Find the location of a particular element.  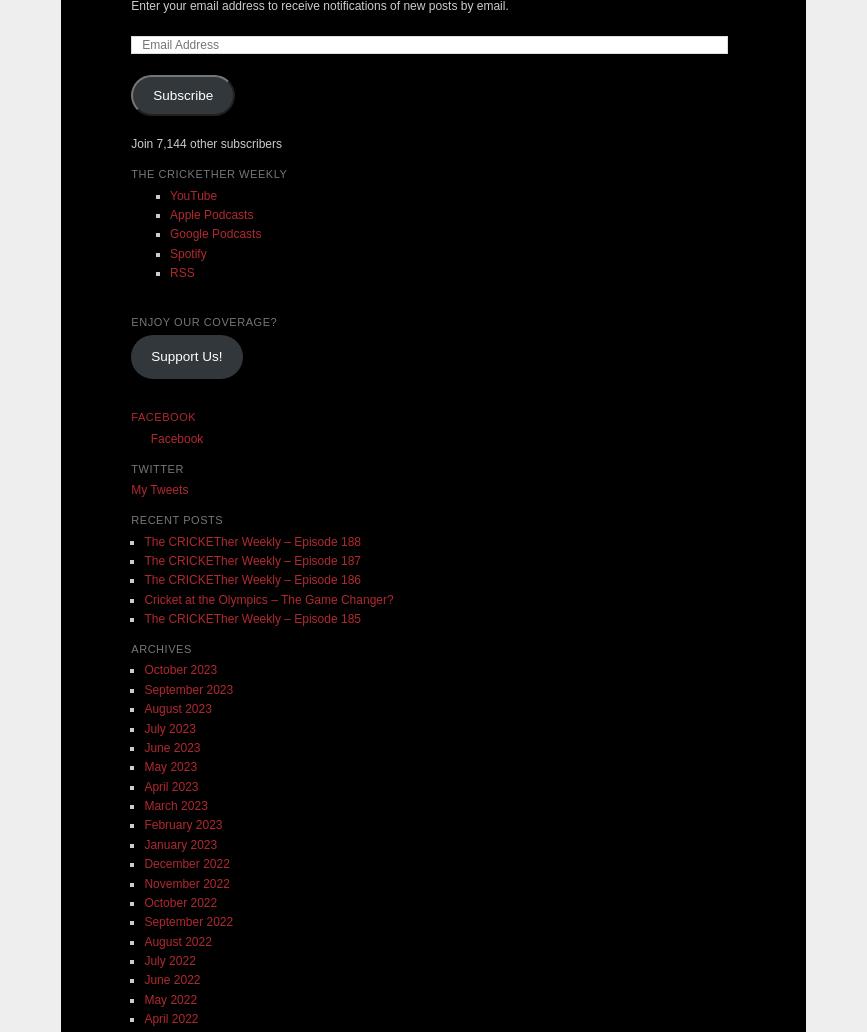

'May 2022' is located at coordinates (170, 997).